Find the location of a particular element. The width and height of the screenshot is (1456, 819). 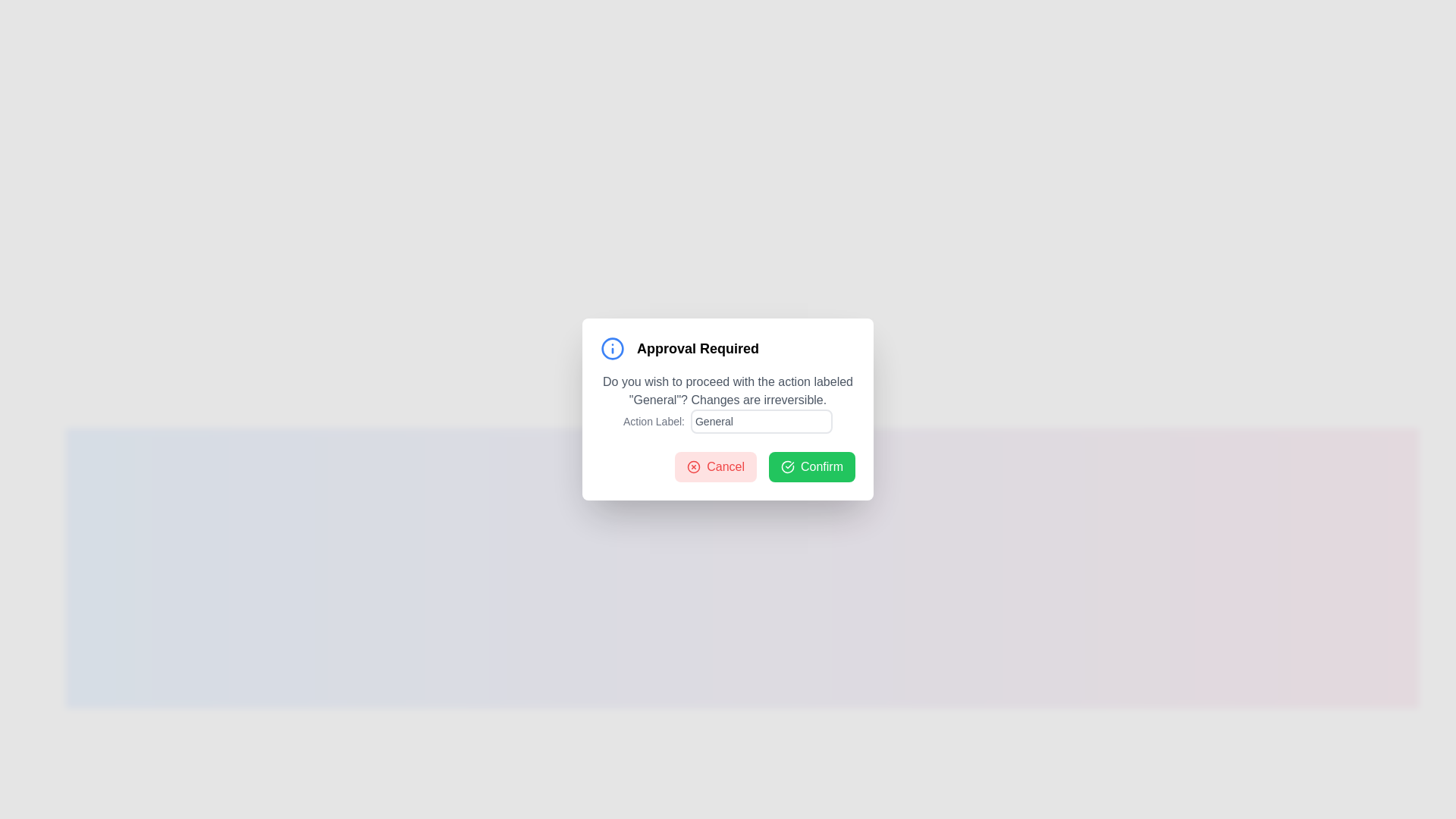

the green rectangular 'Confirm' button with rounded corners, which has a white checkmark icon and is located in the bottom-right of the modal dialog box is located at coordinates (811, 466).